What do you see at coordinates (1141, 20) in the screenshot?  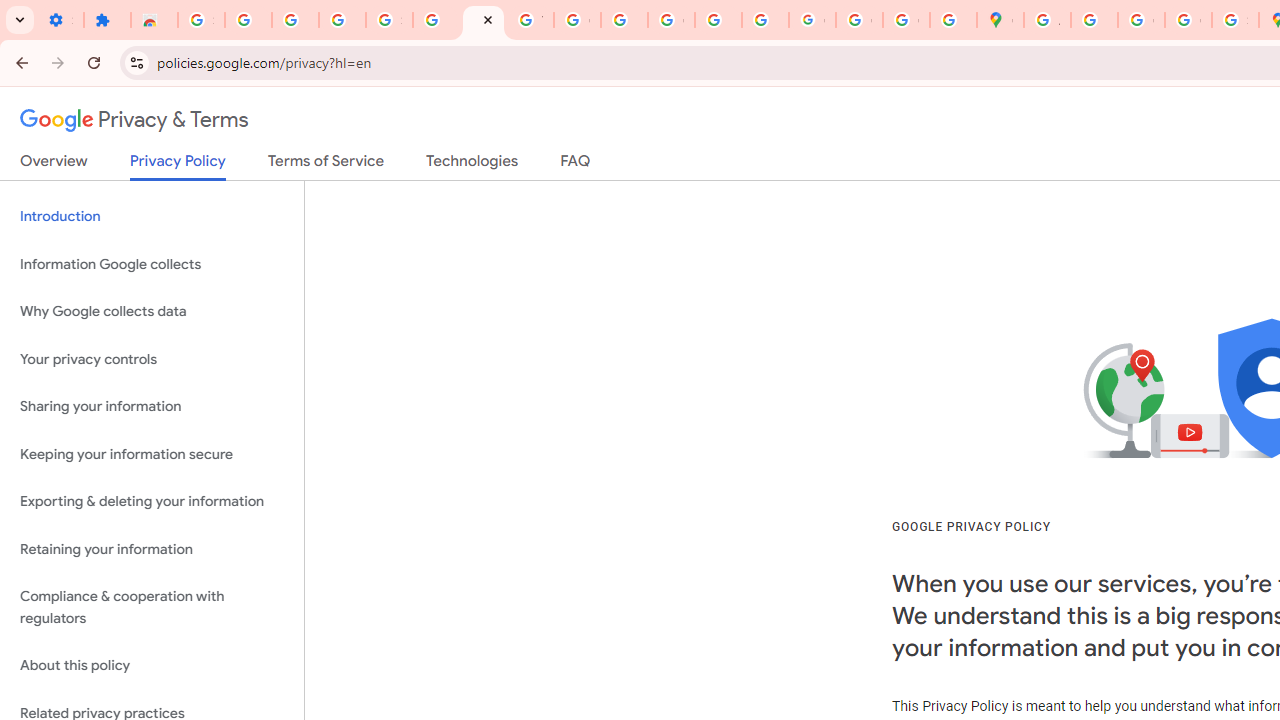 I see `'Create your Google Account'` at bounding box center [1141, 20].